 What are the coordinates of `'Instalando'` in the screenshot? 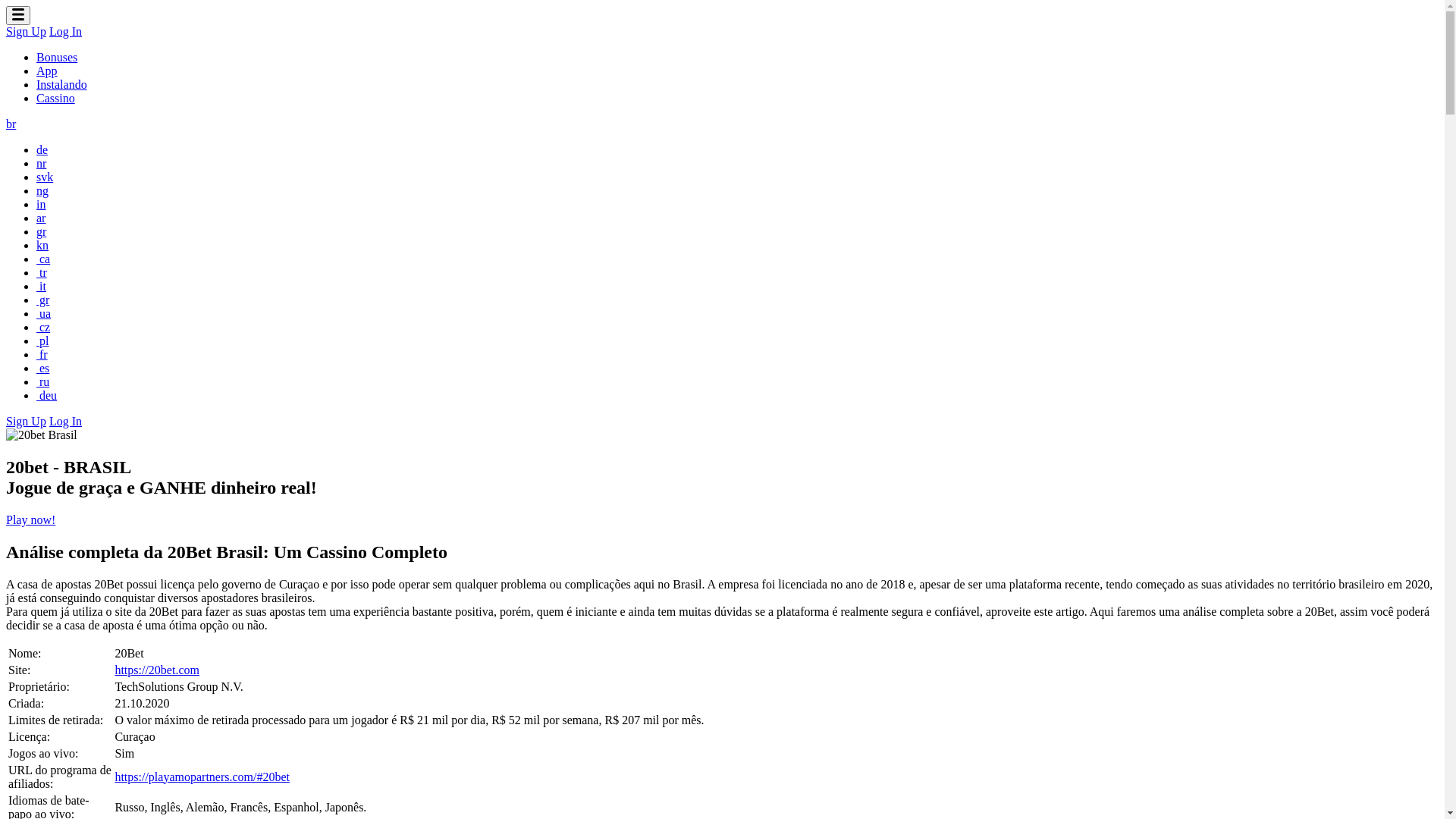 It's located at (36, 84).